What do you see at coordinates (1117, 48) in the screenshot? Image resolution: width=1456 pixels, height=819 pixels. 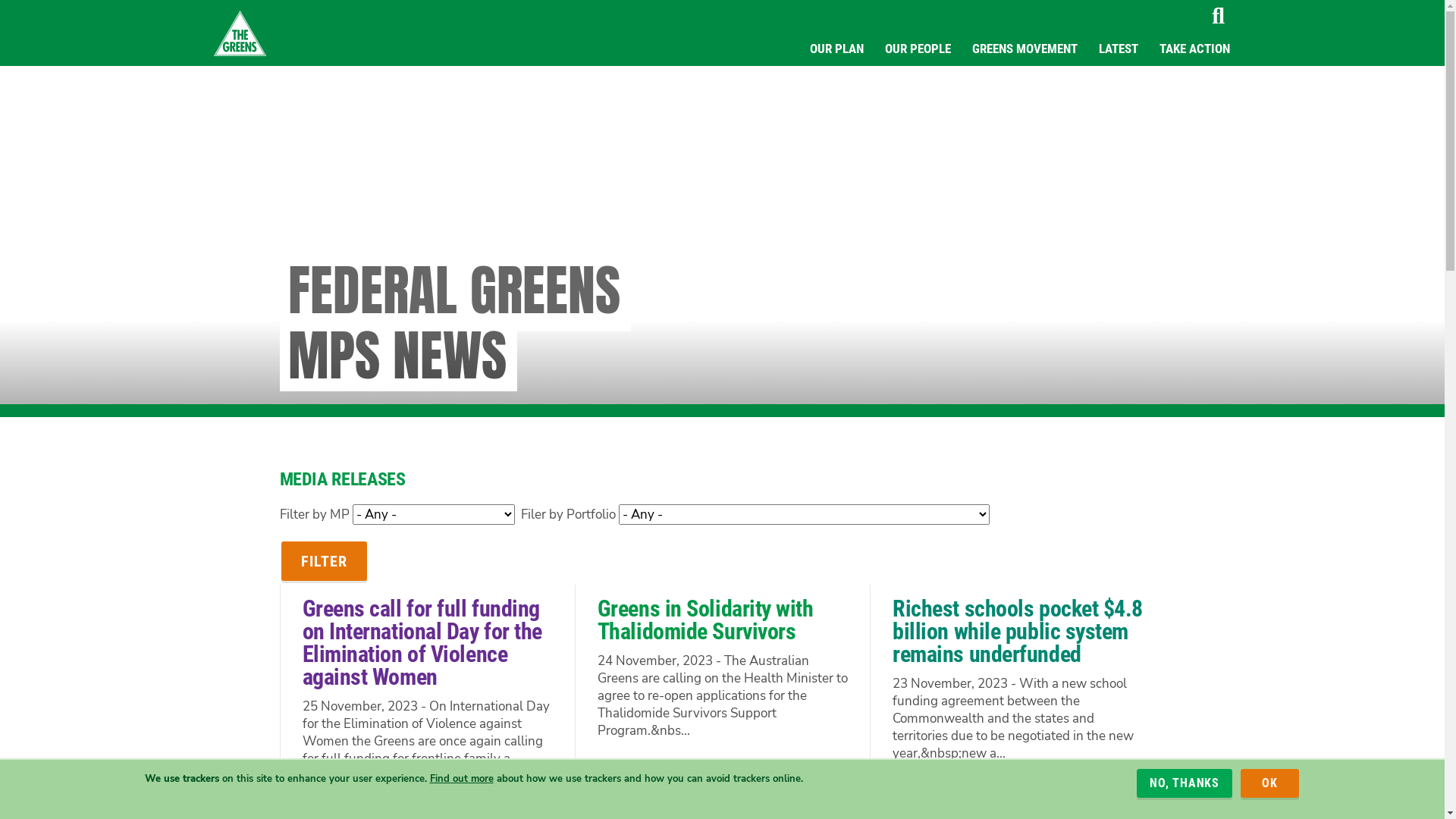 I see `'LATEST'` at bounding box center [1117, 48].